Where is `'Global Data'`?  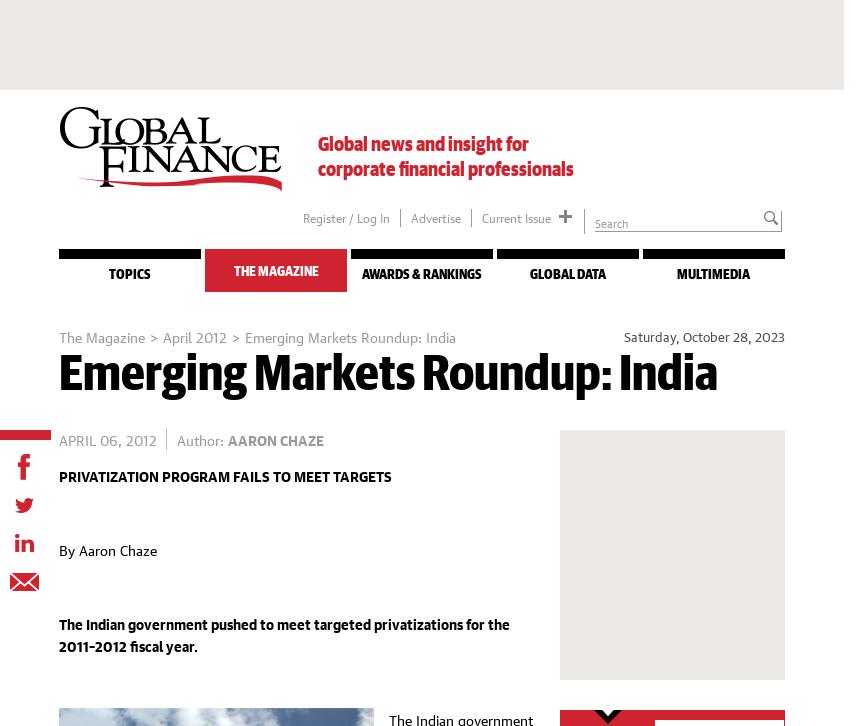
'Global Data' is located at coordinates (566, 274).